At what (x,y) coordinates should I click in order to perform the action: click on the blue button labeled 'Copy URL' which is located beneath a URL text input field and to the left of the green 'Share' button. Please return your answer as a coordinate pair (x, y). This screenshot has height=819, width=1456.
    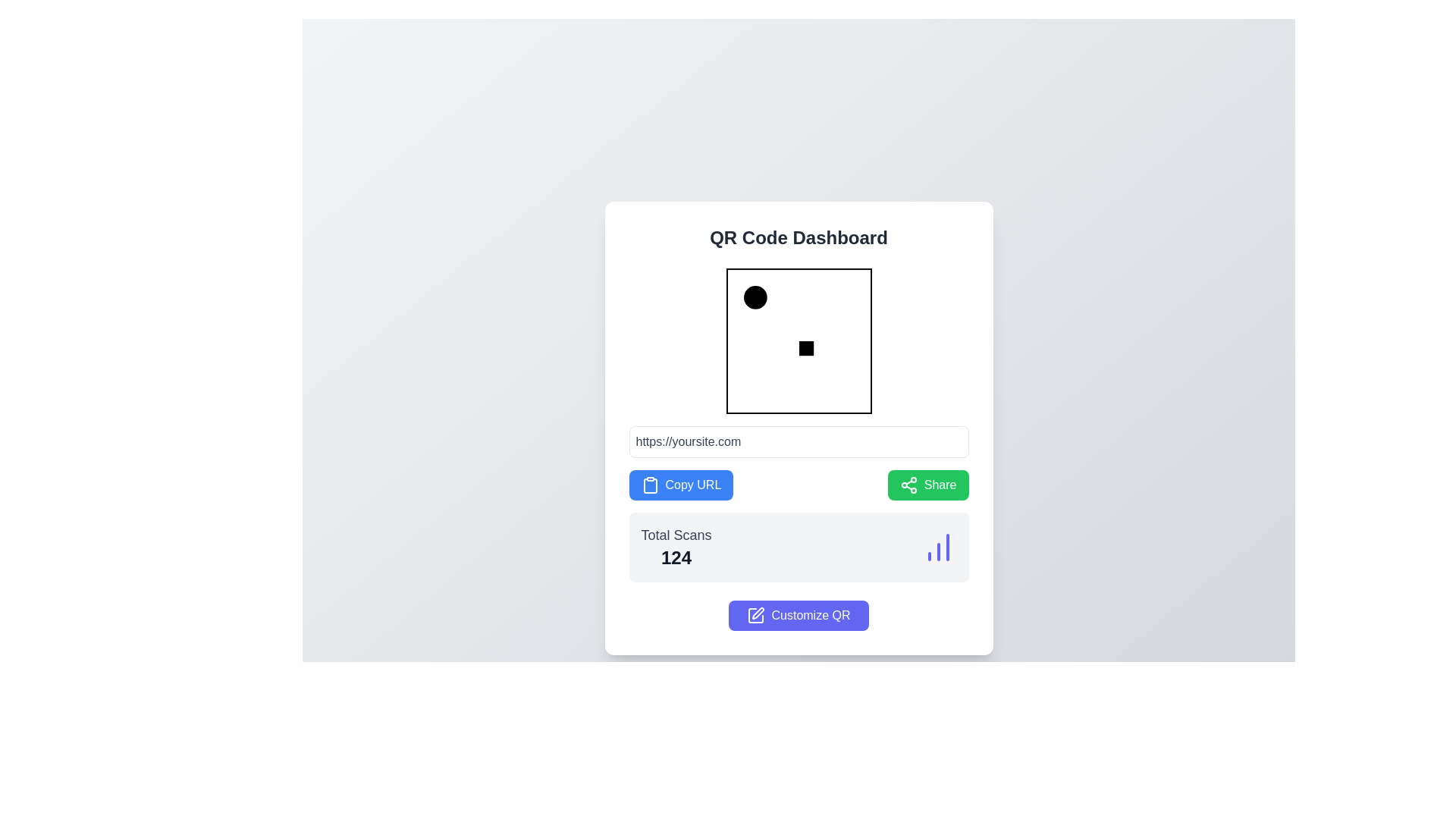
    Looking at the image, I should click on (680, 485).